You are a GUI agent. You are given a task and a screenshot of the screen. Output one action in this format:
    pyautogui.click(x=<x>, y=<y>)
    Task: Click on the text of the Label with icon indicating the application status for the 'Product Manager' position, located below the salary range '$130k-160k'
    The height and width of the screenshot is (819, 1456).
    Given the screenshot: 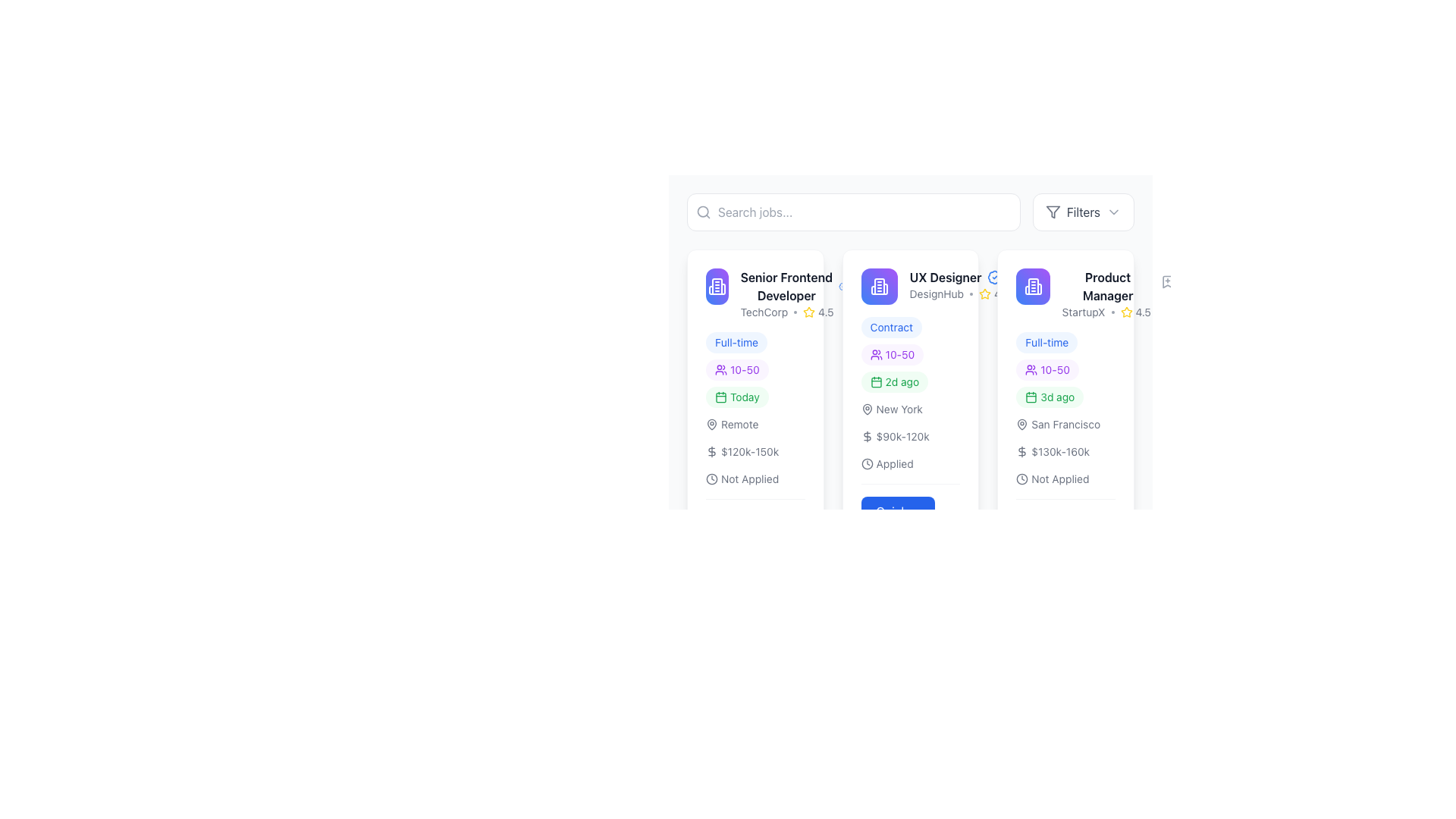 What is the action you would take?
    pyautogui.click(x=1052, y=479)
    